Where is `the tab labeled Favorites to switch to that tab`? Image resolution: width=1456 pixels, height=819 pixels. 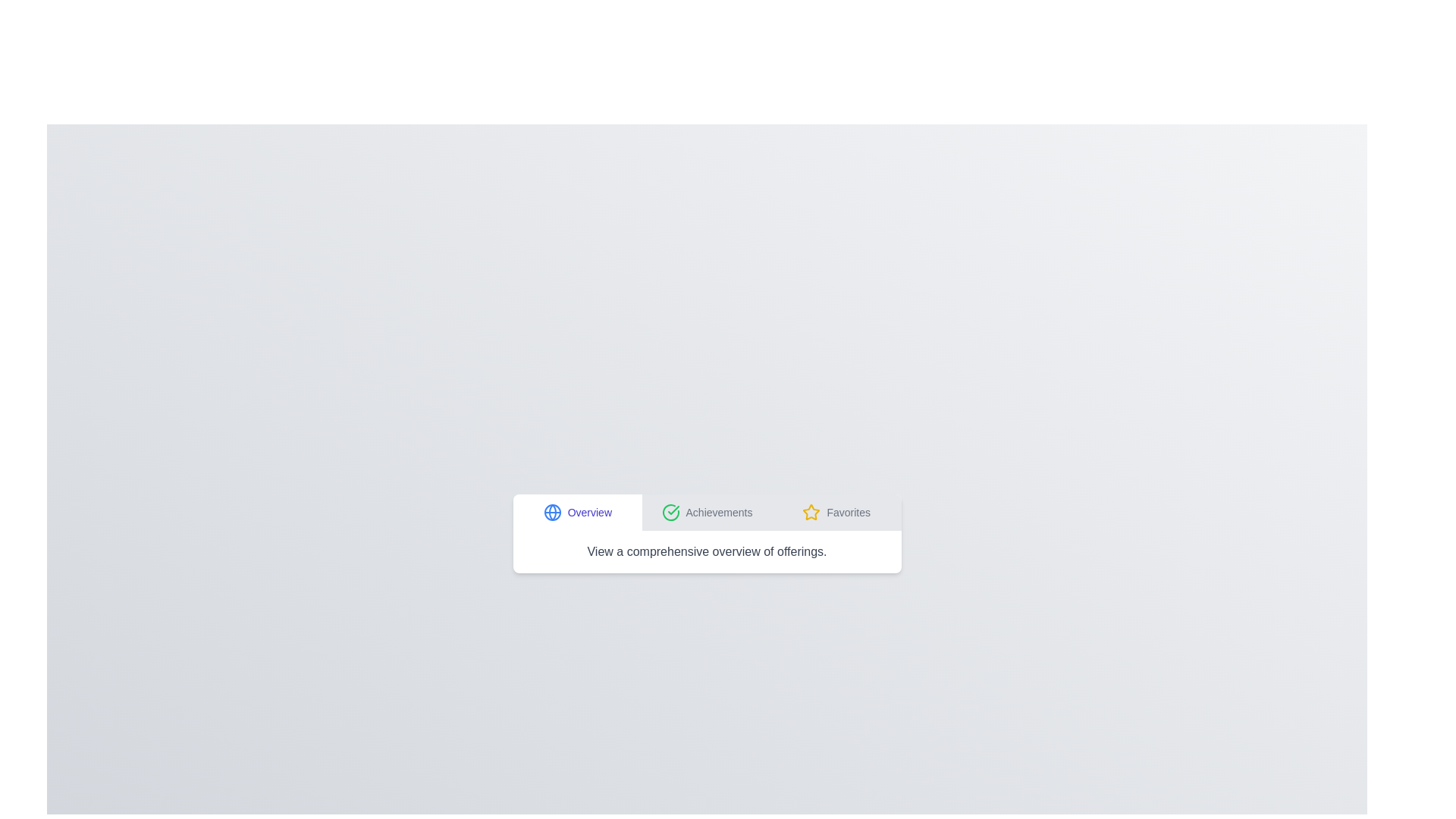
the tab labeled Favorites to switch to that tab is located at coordinates (836, 512).